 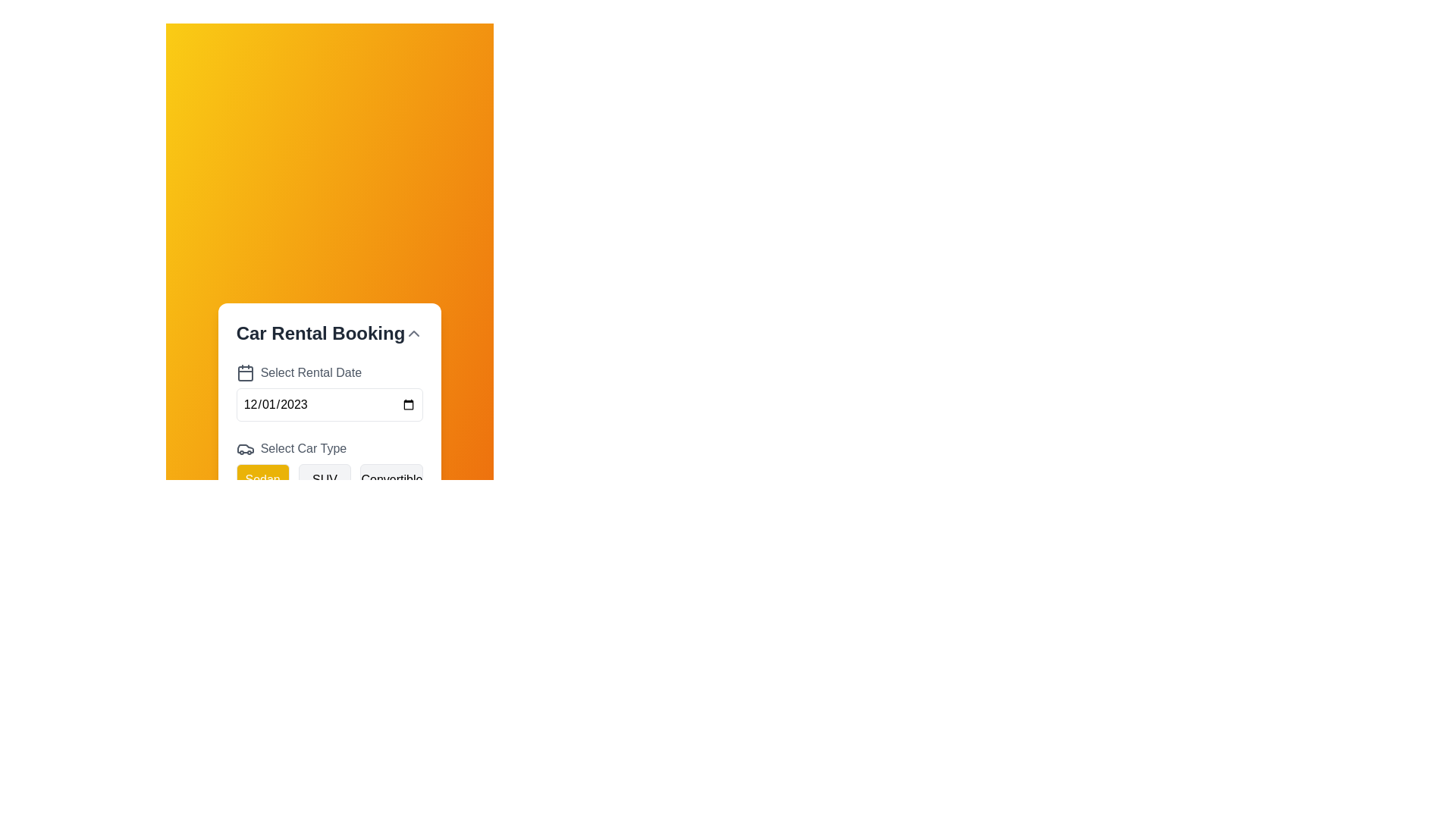 I want to click on the icon located to the left of the 'Select Car Type' label in the car selection interface of the car rental booking form, so click(x=245, y=447).